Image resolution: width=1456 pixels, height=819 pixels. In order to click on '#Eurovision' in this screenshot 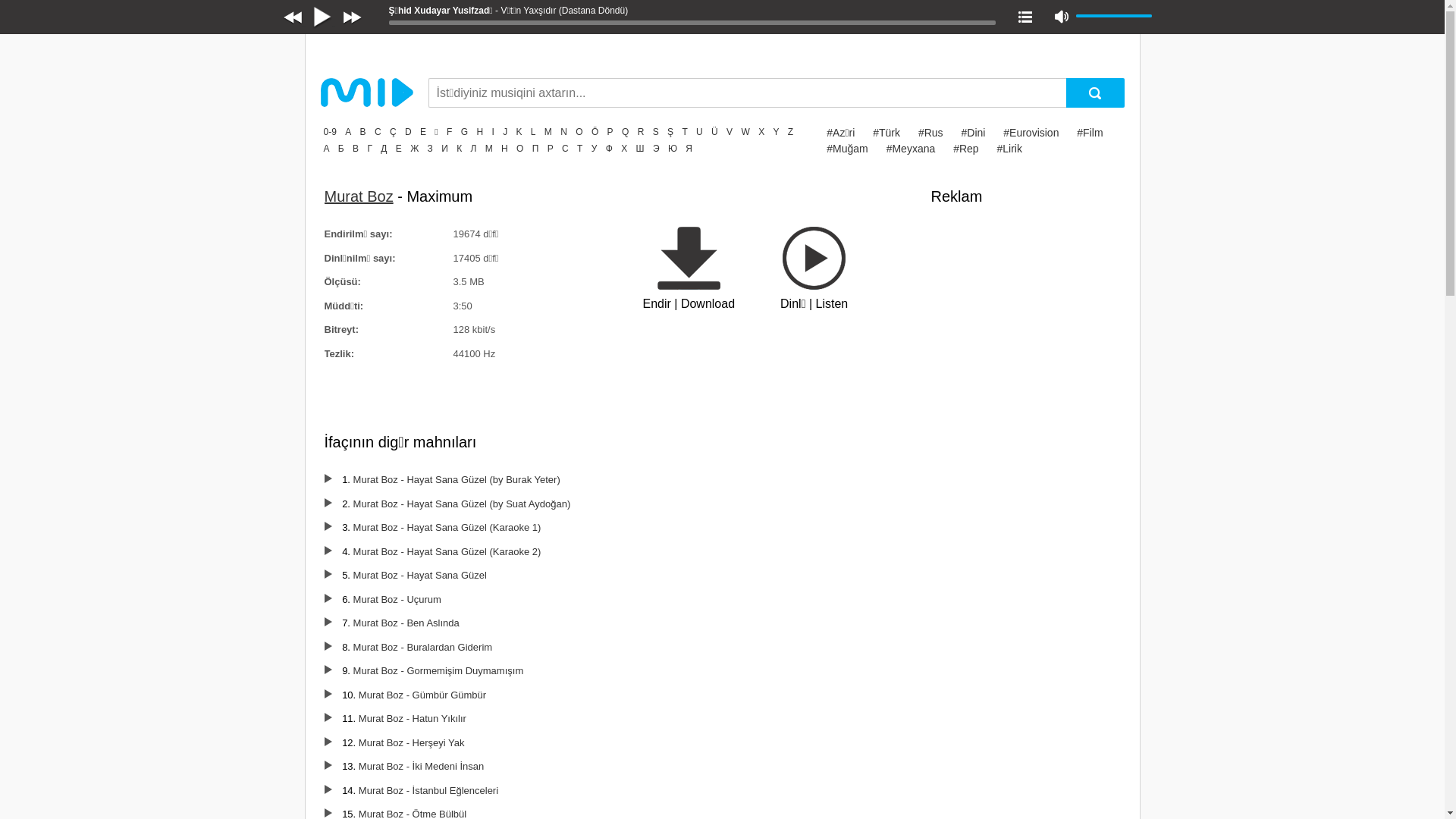, I will do `click(1031, 131)`.